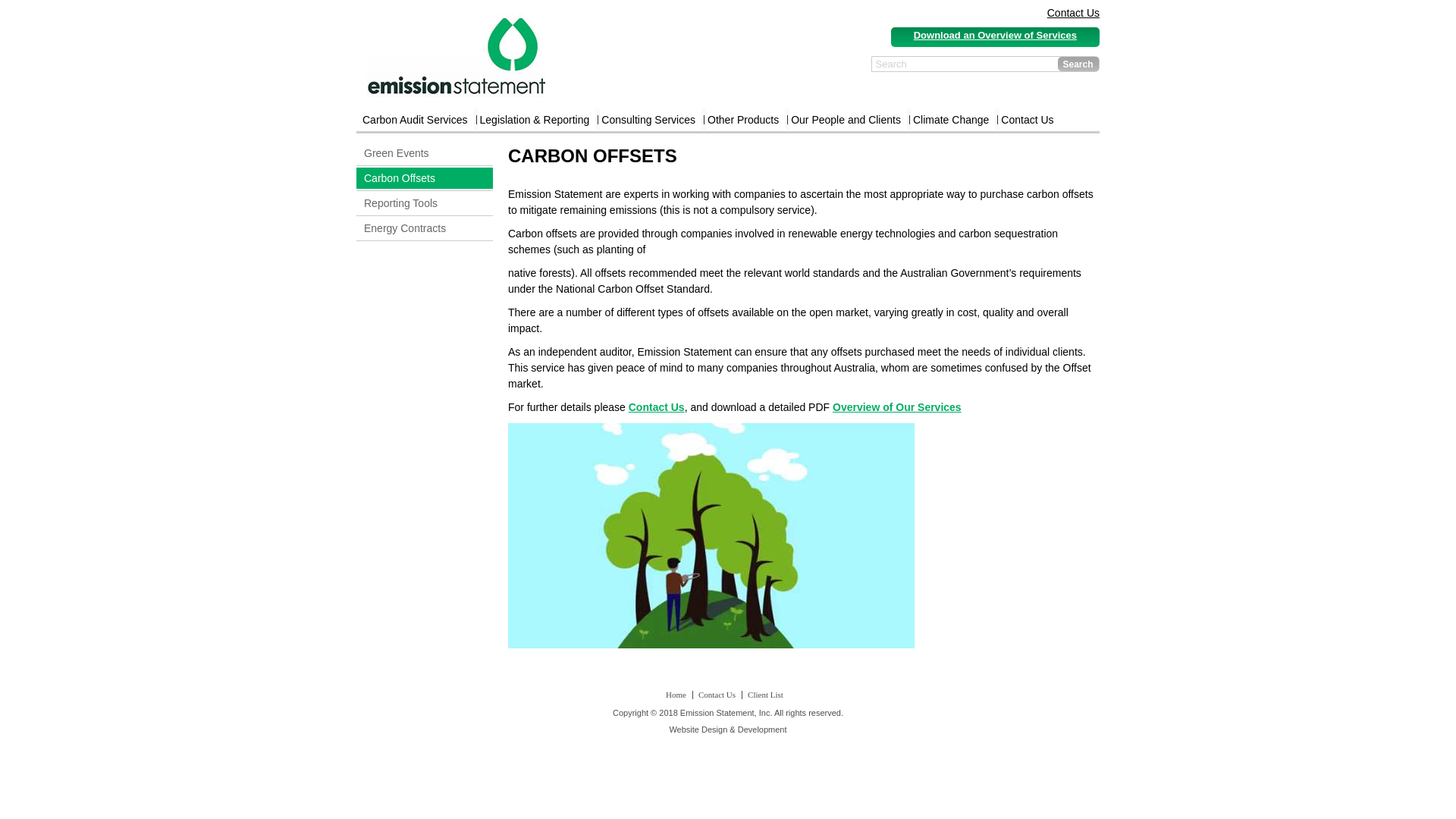 Image resolution: width=1456 pixels, height=819 pixels. I want to click on 'Reporting Tools', so click(425, 202).